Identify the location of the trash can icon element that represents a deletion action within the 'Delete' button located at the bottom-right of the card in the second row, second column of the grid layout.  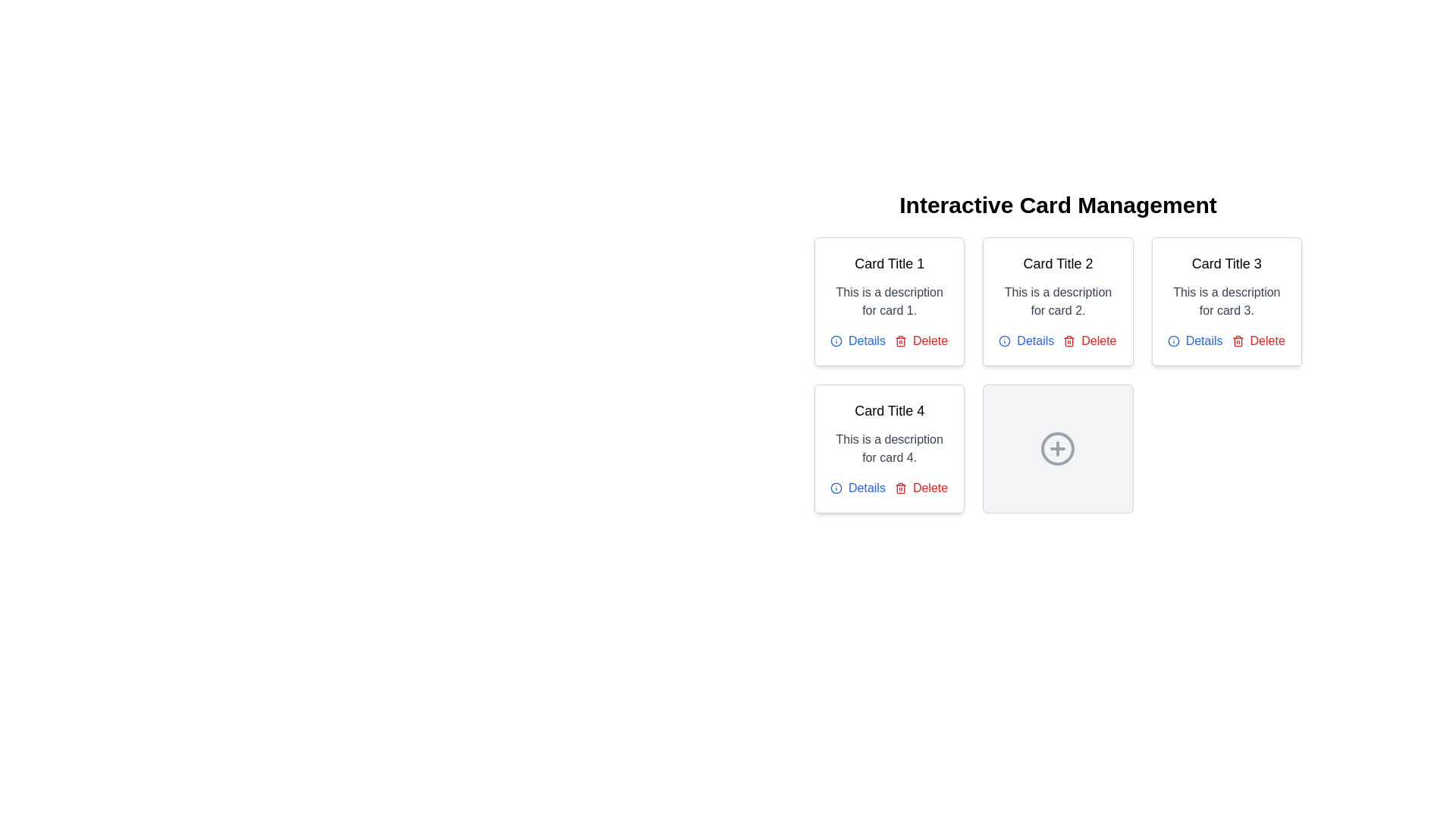
(1238, 342).